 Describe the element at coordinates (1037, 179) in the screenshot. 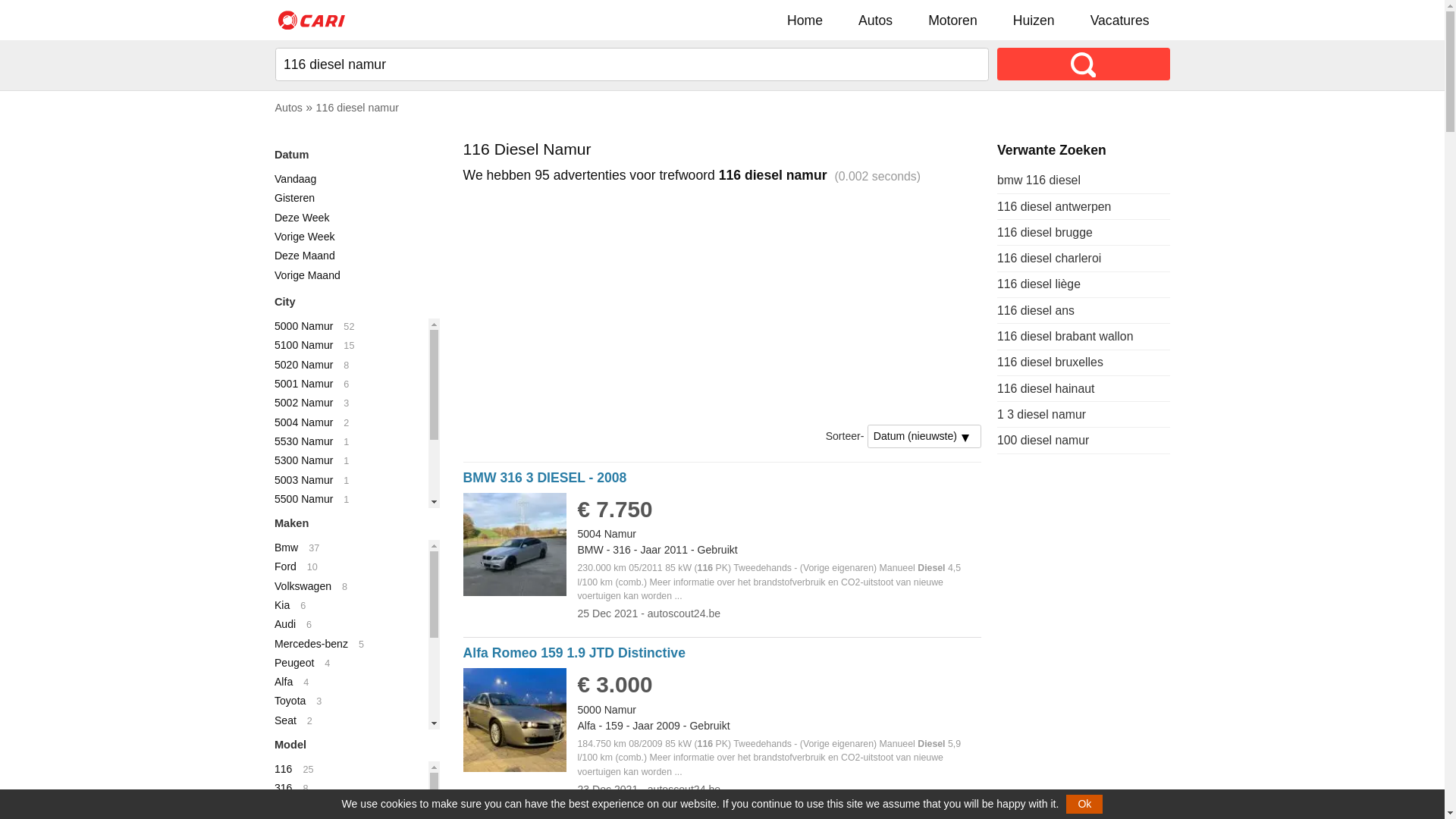

I see `'bmw 116 diesel'` at that location.